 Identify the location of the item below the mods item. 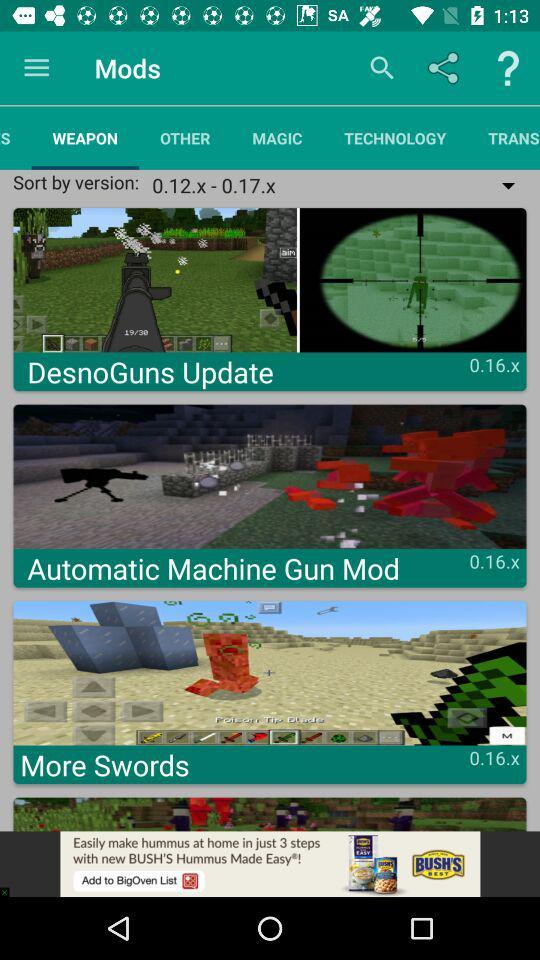
(185, 137).